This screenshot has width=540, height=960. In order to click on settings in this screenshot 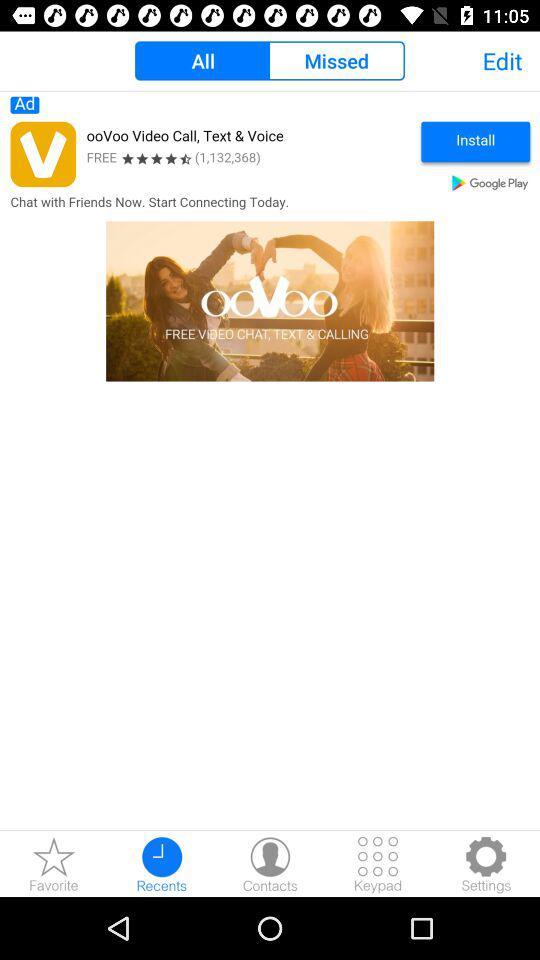, I will do `click(485, 863)`.